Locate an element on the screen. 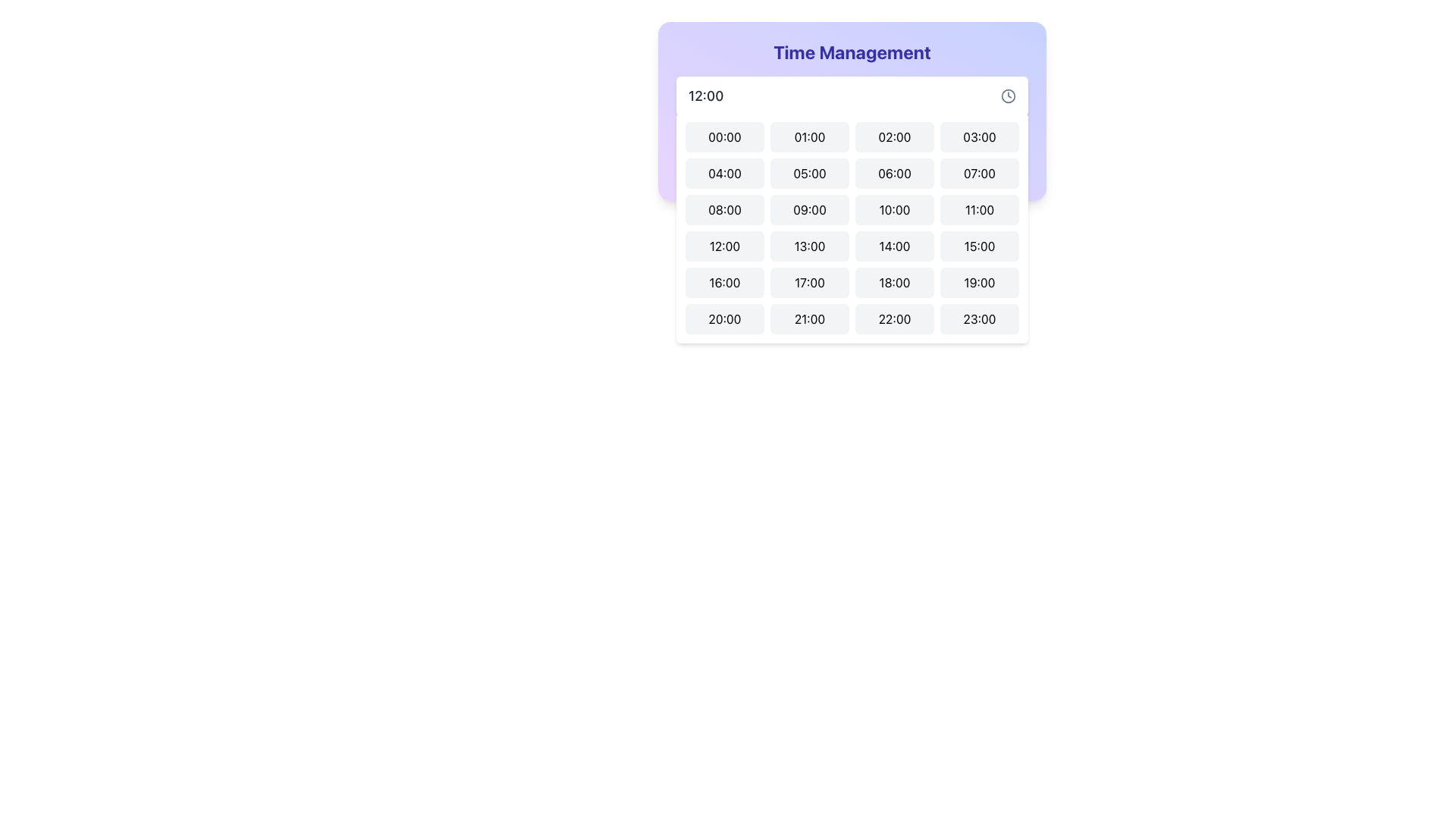 The image size is (1456, 819). the rectangular button with rounded corners that has the text '00:00' centered on it is located at coordinates (723, 137).